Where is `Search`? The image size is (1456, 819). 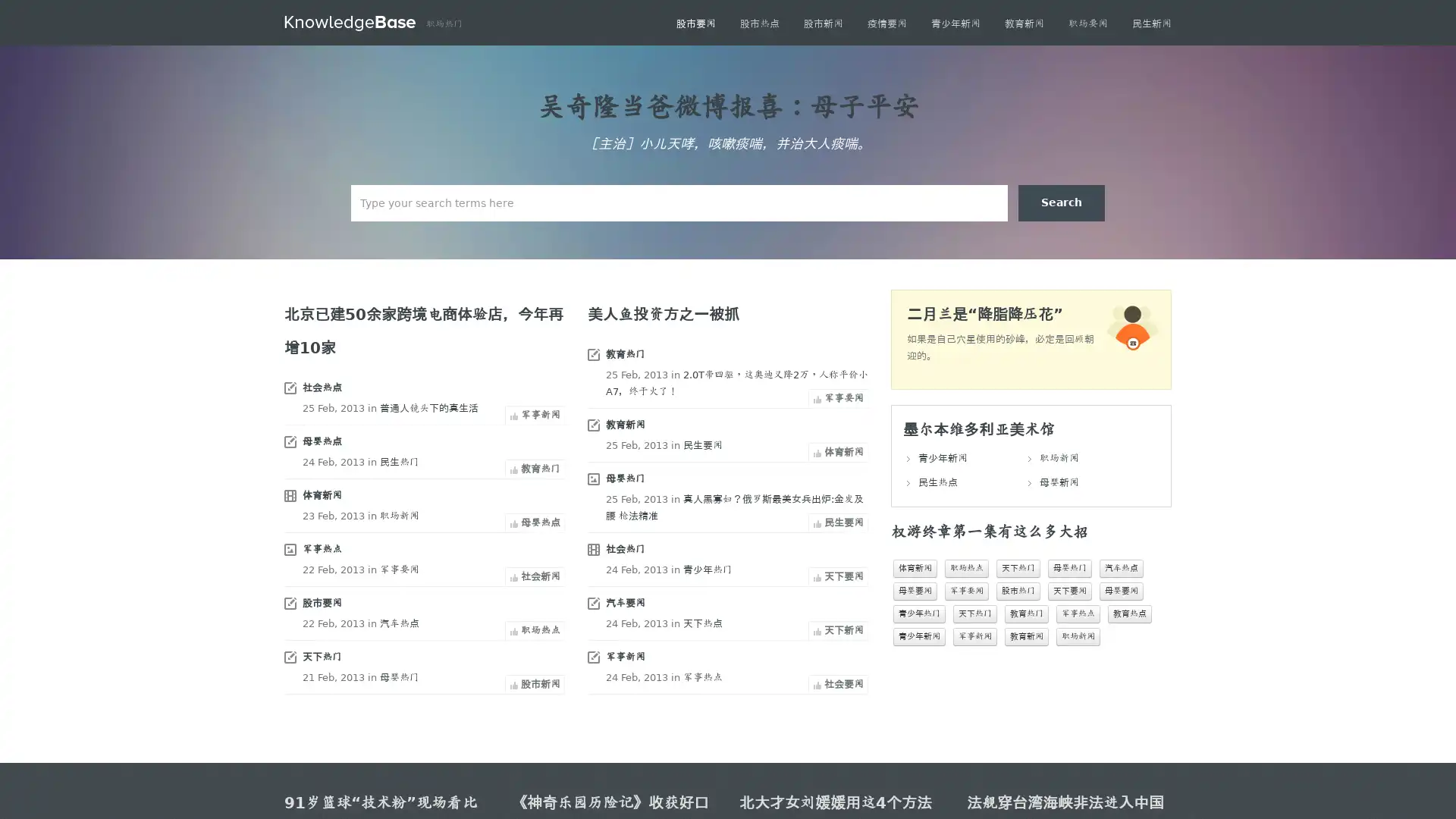
Search is located at coordinates (1061, 202).